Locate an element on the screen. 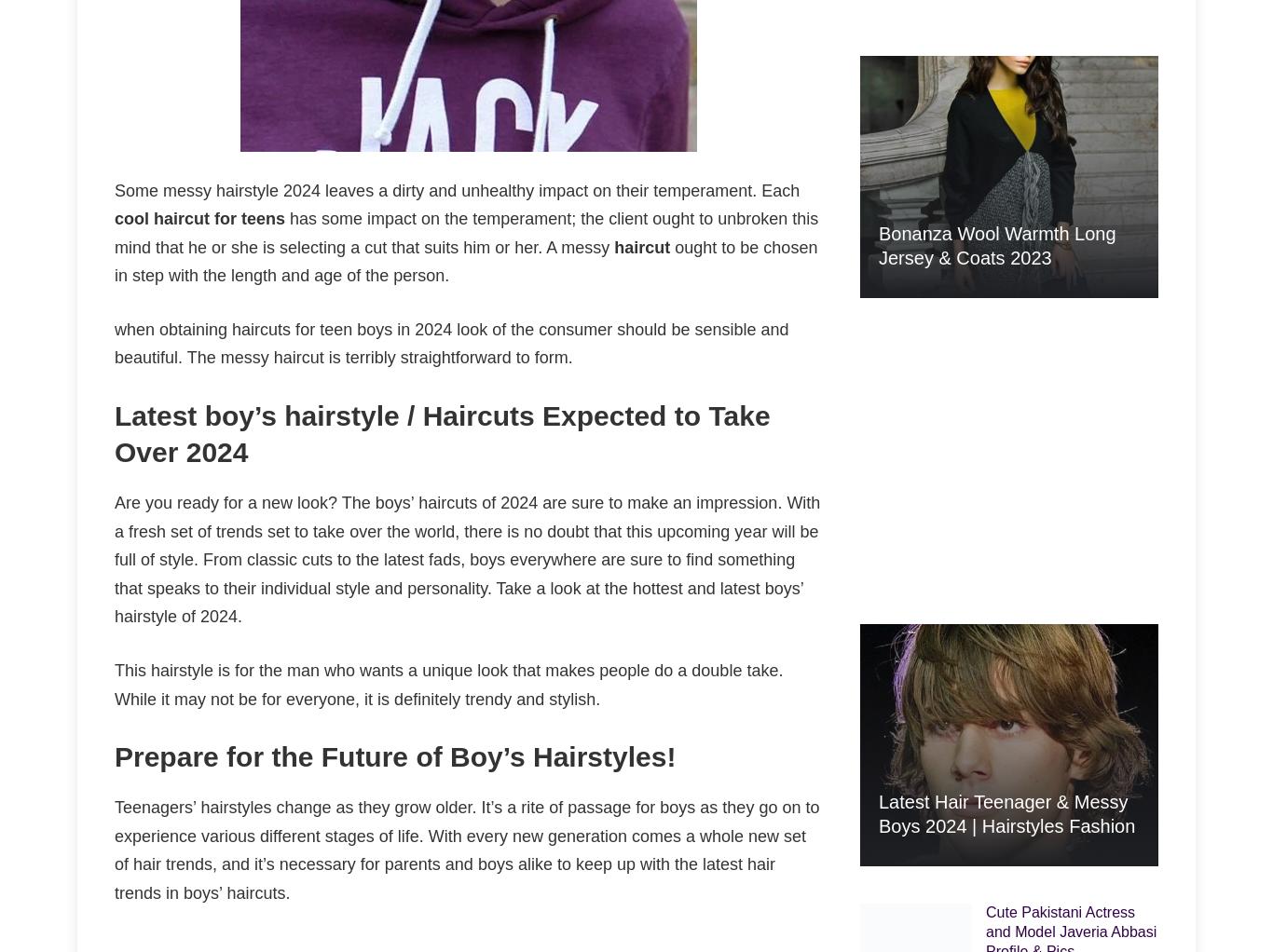 This screenshot has height=952, width=1273. 'when obtaining haircuts for teen boys in 2024 look of the consumer should be sensible and beautiful. The messy haircut is terribly straightforward to form.' is located at coordinates (451, 342).